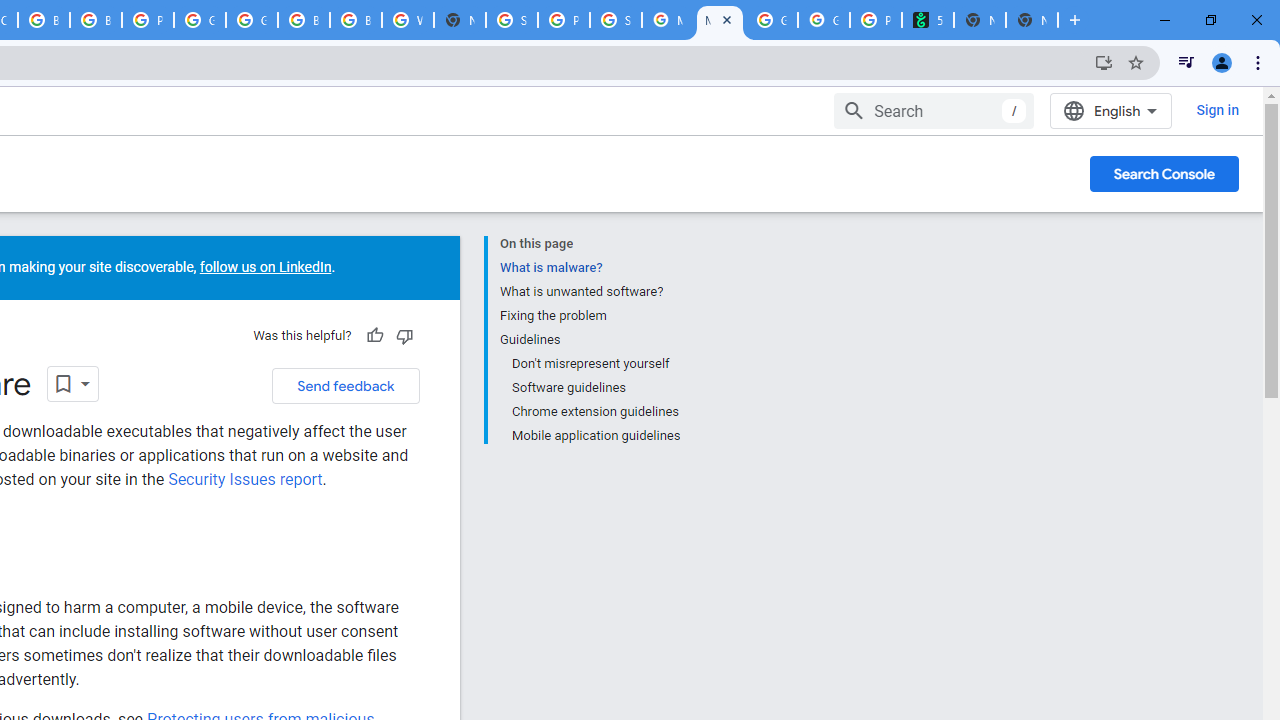 The image size is (1280, 720). What do you see at coordinates (244, 479) in the screenshot?
I see `'Security Issues report'` at bounding box center [244, 479].